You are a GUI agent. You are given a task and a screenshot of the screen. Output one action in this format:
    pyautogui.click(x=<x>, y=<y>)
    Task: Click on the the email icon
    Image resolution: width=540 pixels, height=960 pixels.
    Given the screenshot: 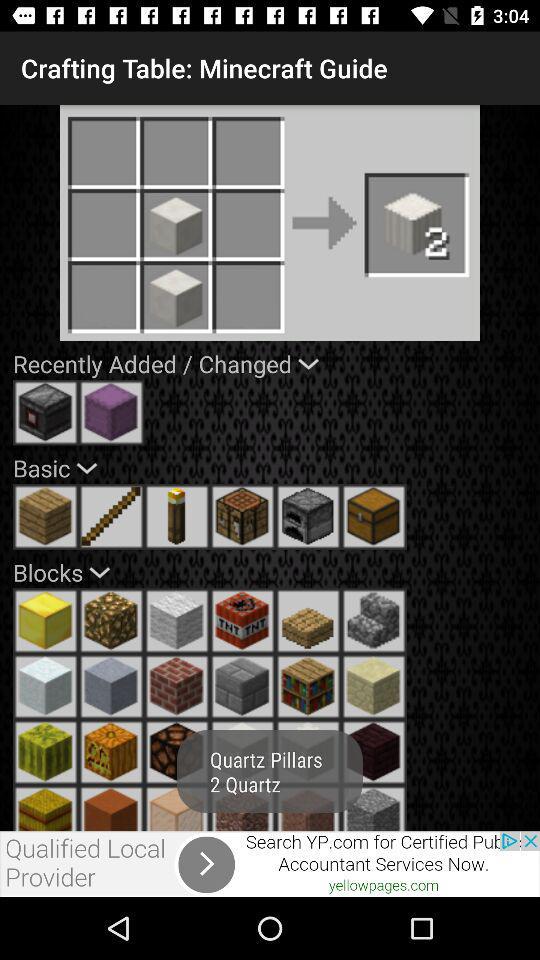 What is the action you would take?
    pyautogui.click(x=308, y=686)
    